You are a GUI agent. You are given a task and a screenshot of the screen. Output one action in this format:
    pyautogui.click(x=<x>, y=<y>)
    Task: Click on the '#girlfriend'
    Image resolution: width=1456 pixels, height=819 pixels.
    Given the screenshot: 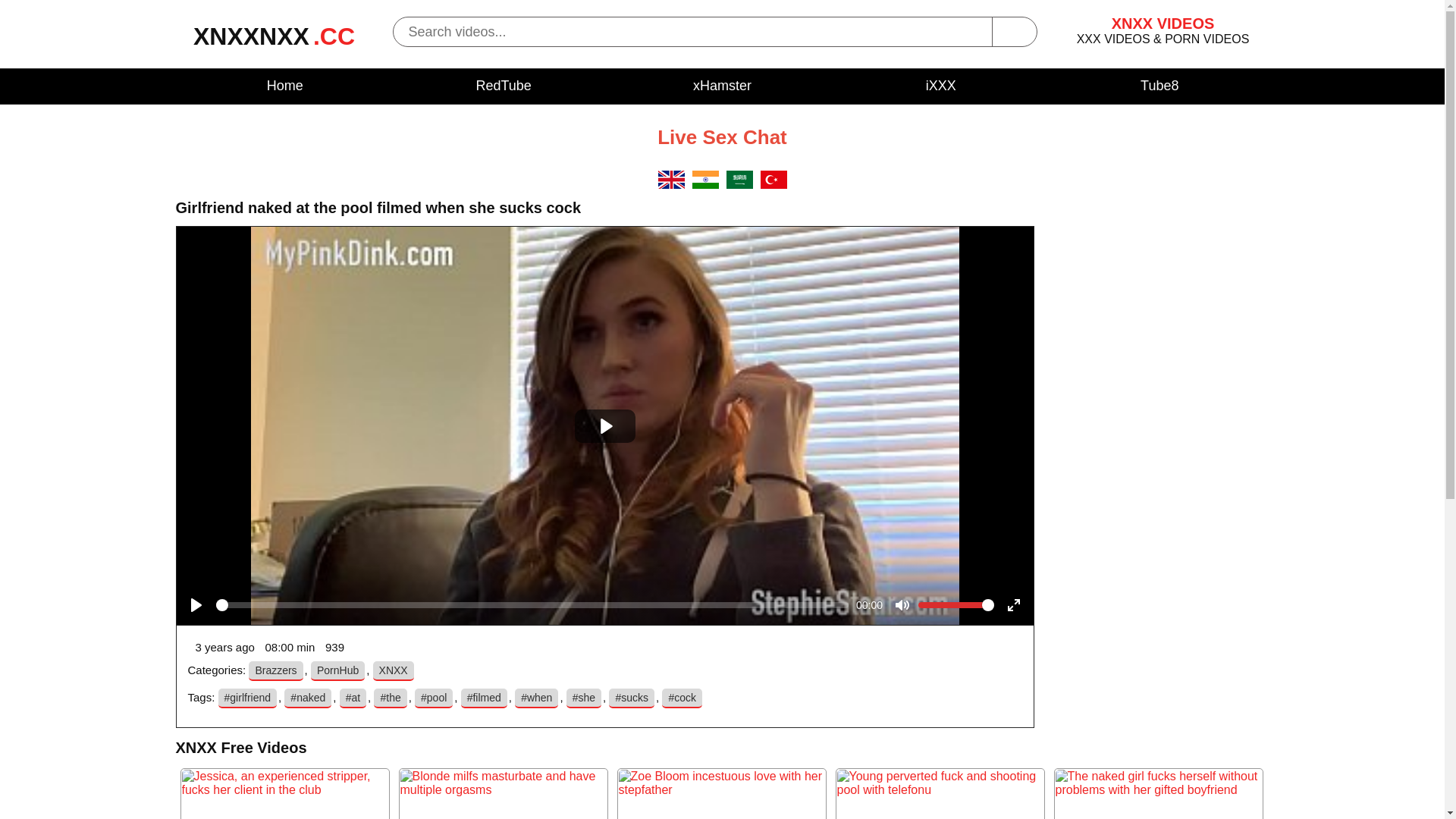 What is the action you would take?
    pyautogui.click(x=247, y=698)
    